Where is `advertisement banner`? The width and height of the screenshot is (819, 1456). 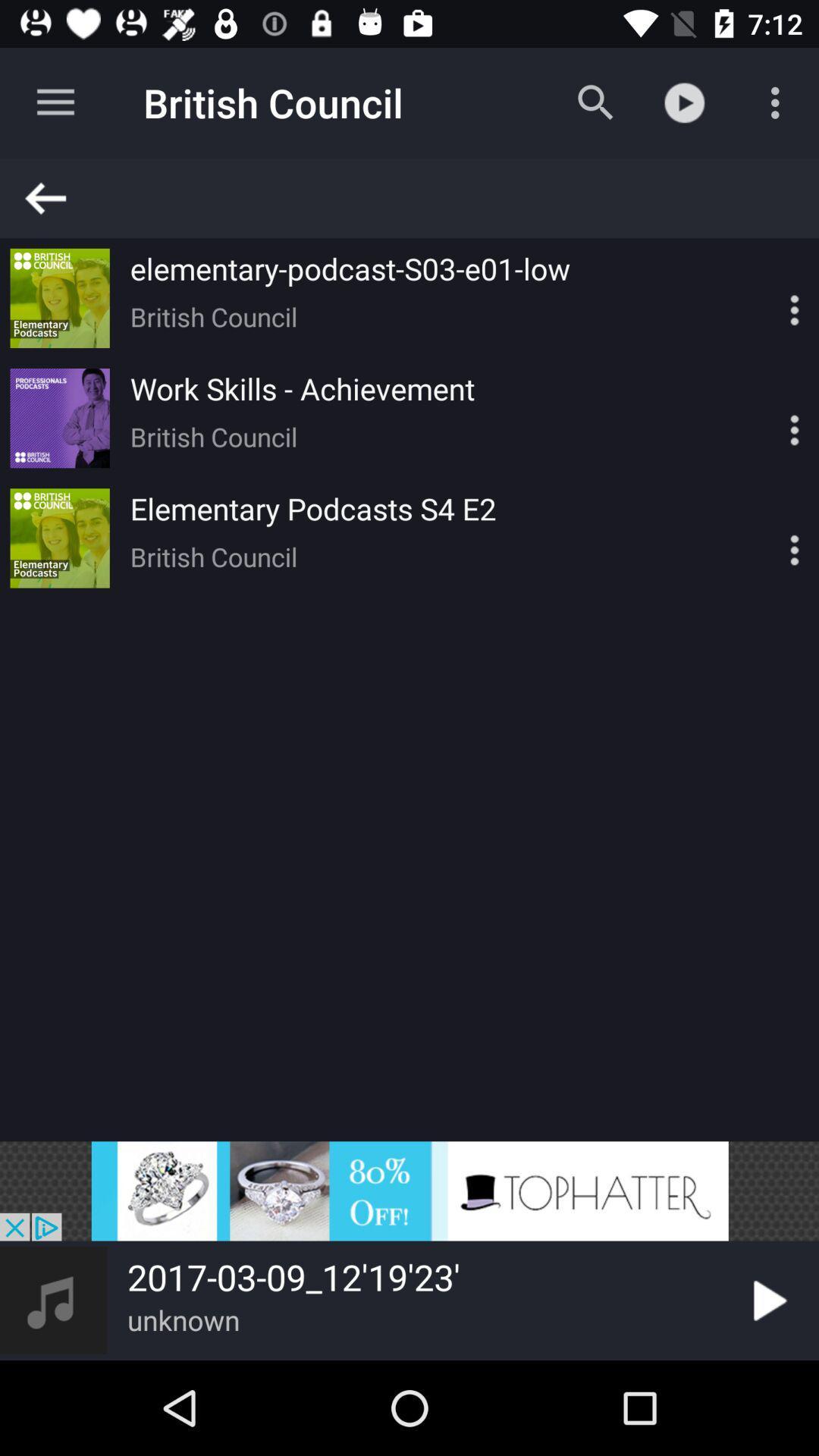
advertisement banner is located at coordinates (409, 1190).